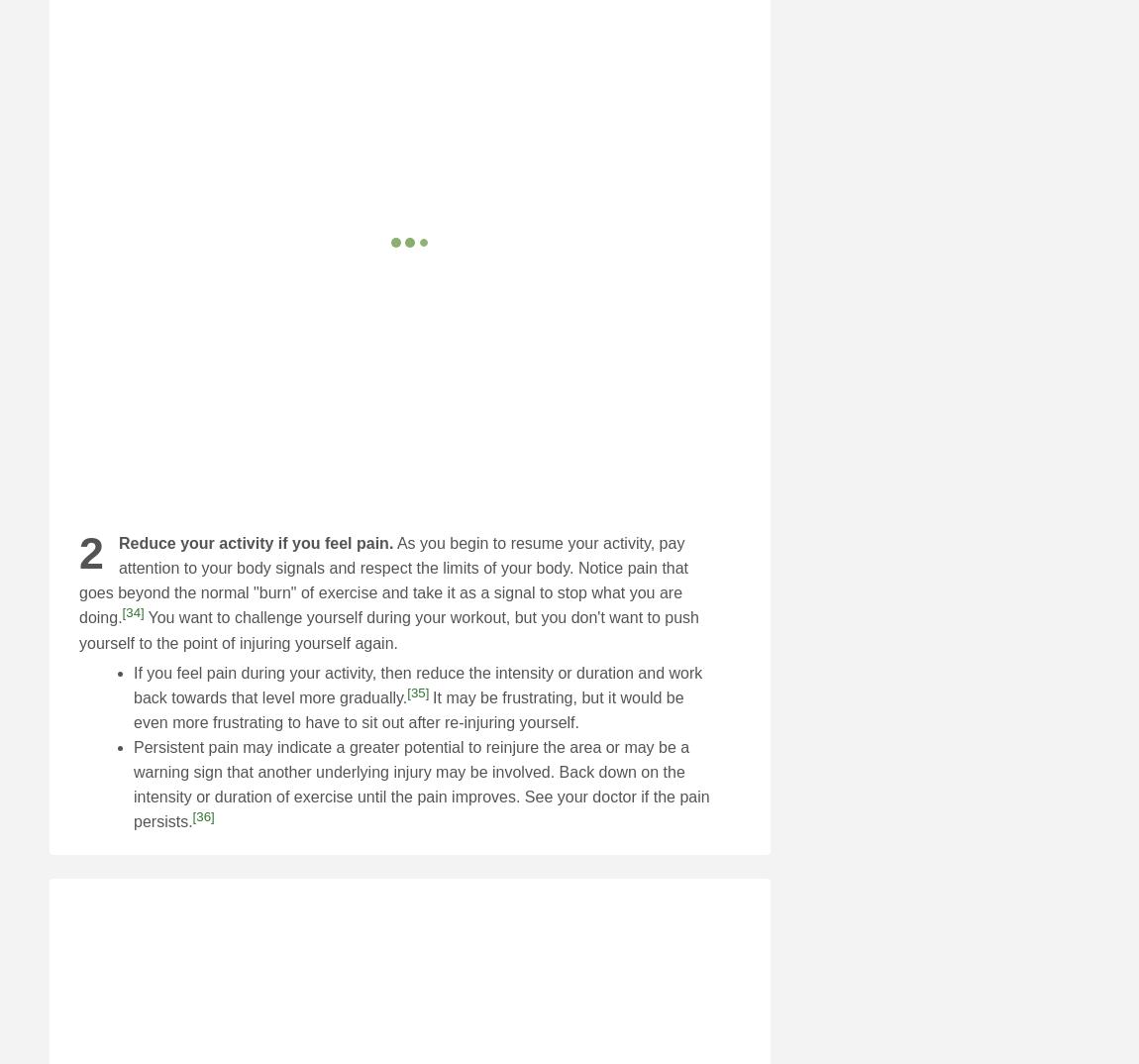 The image size is (1139, 1064). I want to click on 'As you begin to resume your activity, pay attention to your body signals and respect the limits of your body. Notice pain that goes beyond the normal "burn" of exercise and take it as a signal to stop what you are doing.', so click(383, 579).